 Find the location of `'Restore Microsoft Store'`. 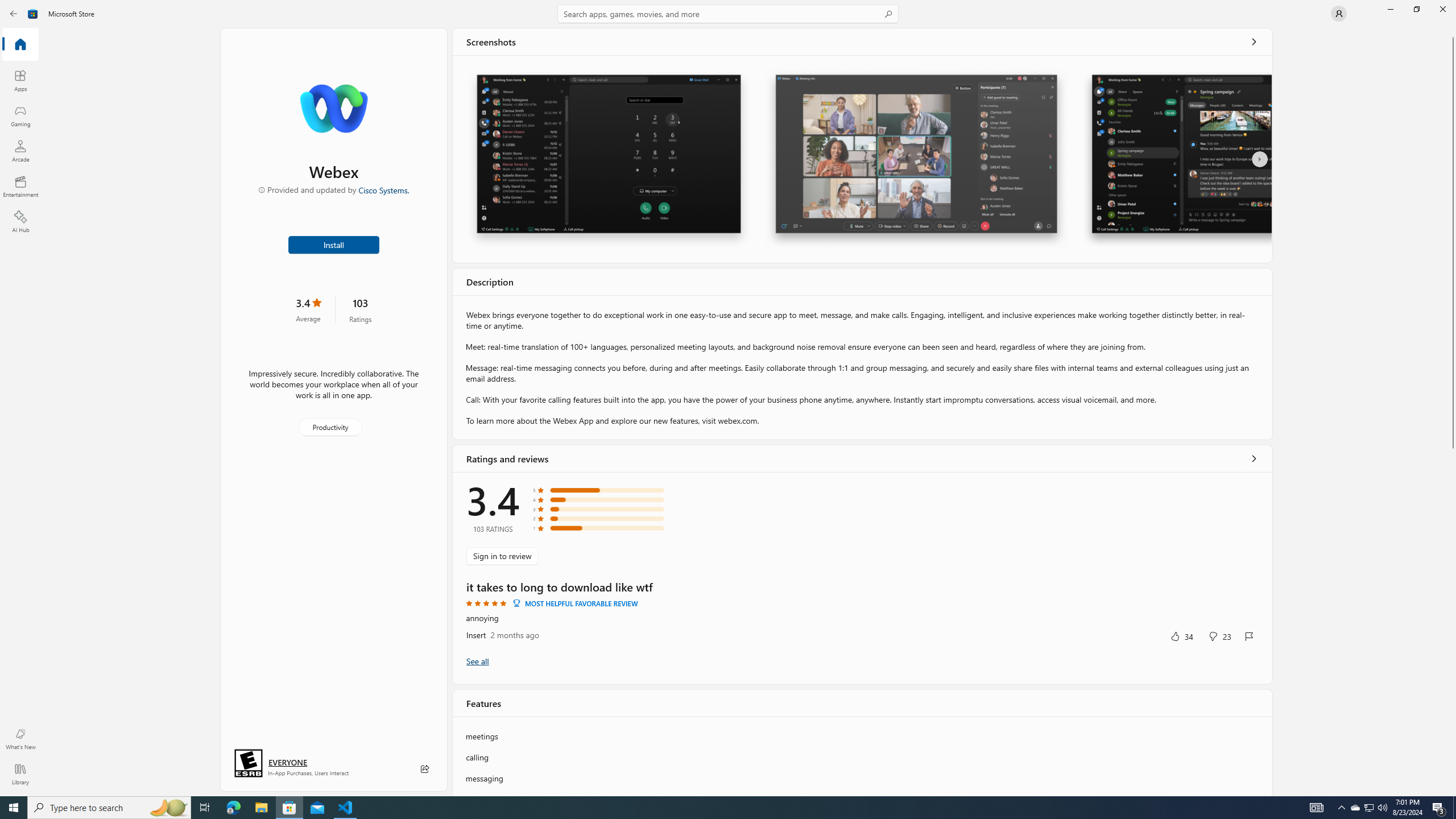

'Restore Microsoft Store' is located at coordinates (1416, 9).